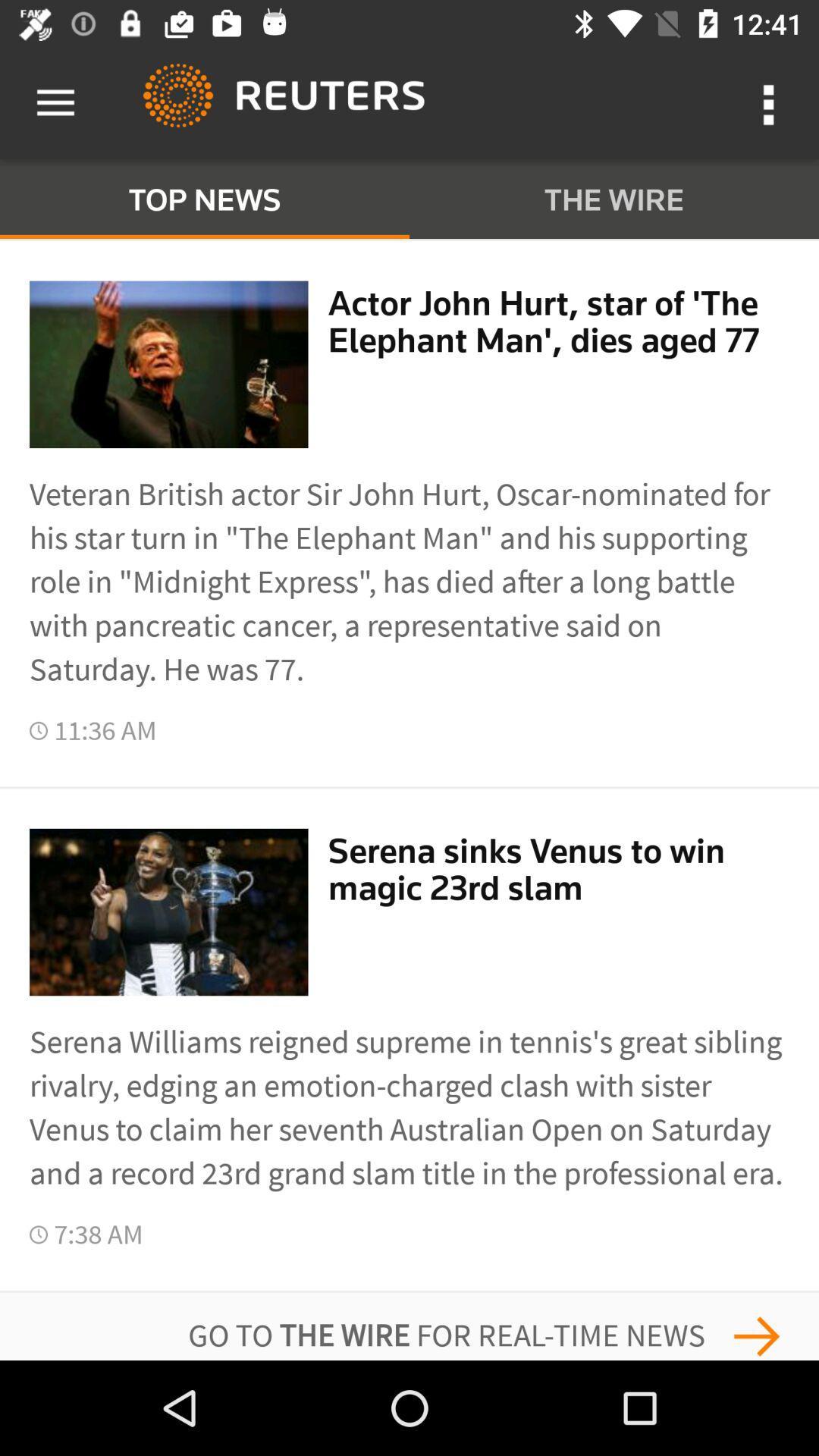 The height and width of the screenshot is (1456, 819). I want to click on the more option button to the right side of reuters, so click(771, 103).